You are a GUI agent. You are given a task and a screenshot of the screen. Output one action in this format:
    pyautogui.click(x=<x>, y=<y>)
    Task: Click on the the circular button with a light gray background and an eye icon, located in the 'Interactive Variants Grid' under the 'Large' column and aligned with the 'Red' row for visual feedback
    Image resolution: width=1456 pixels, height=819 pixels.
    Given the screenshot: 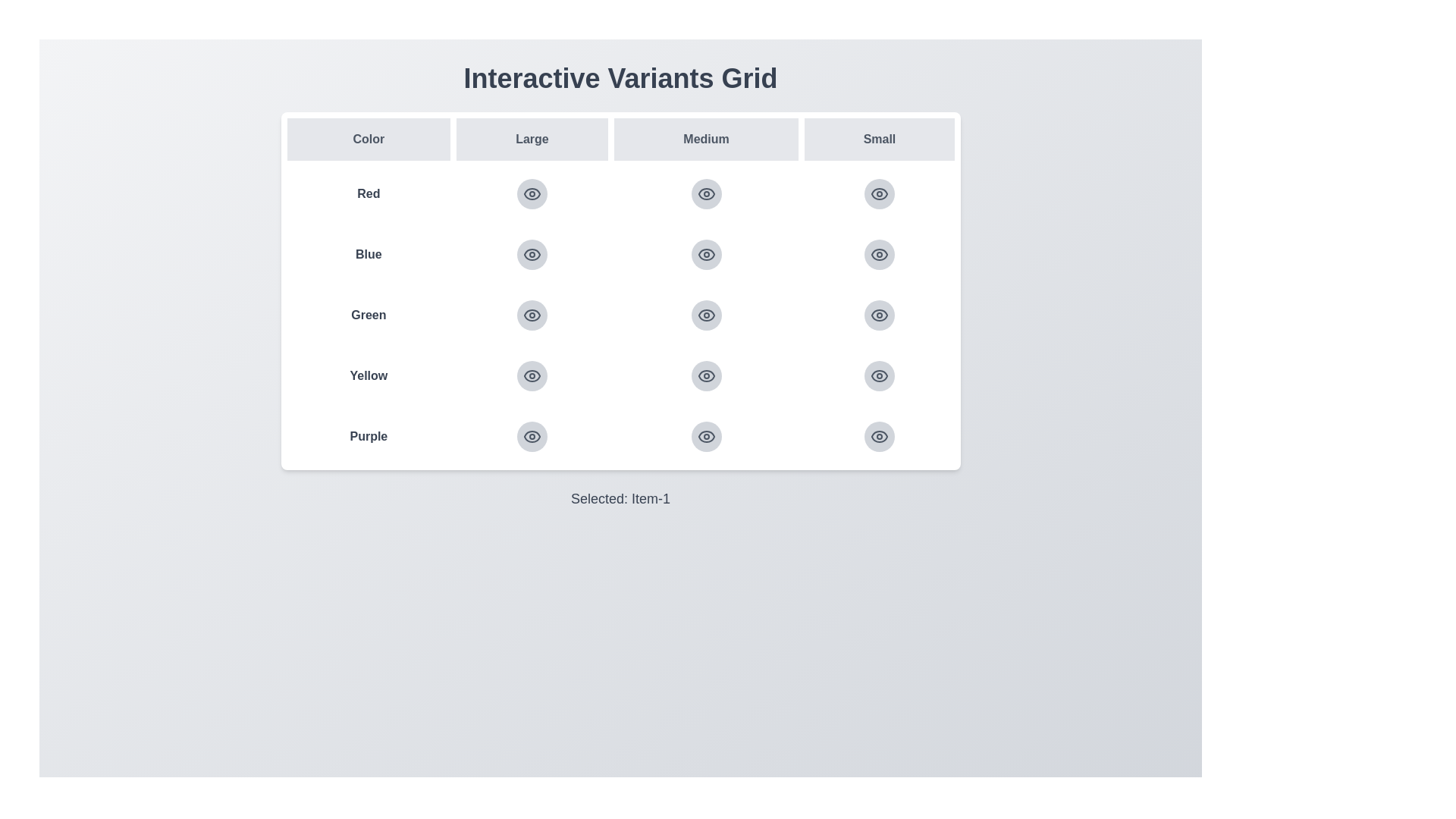 What is the action you would take?
    pyautogui.click(x=532, y=193)
    